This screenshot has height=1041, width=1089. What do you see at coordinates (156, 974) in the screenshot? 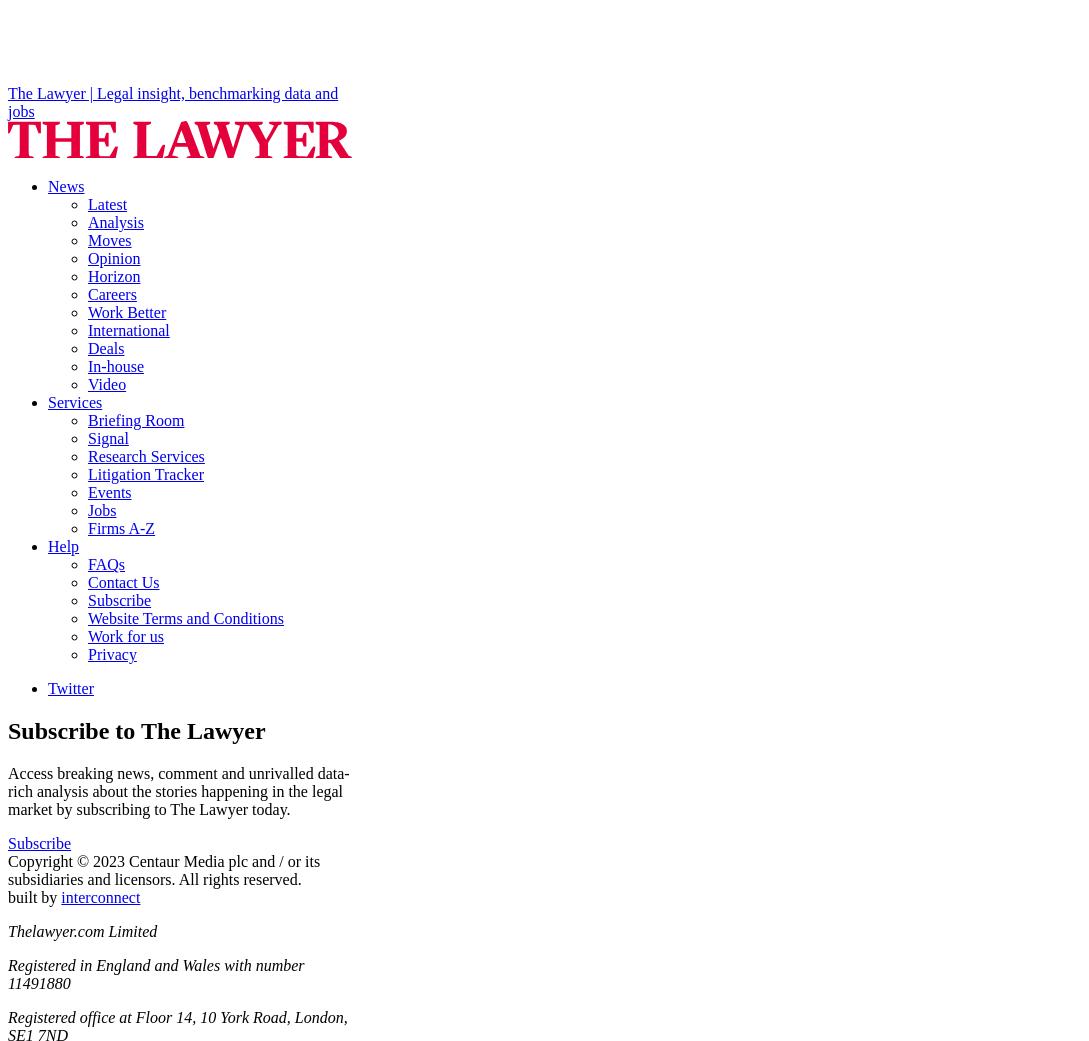
I see `'Registered in England and Wales with number 11491880'` at bounding box center [156, 974].